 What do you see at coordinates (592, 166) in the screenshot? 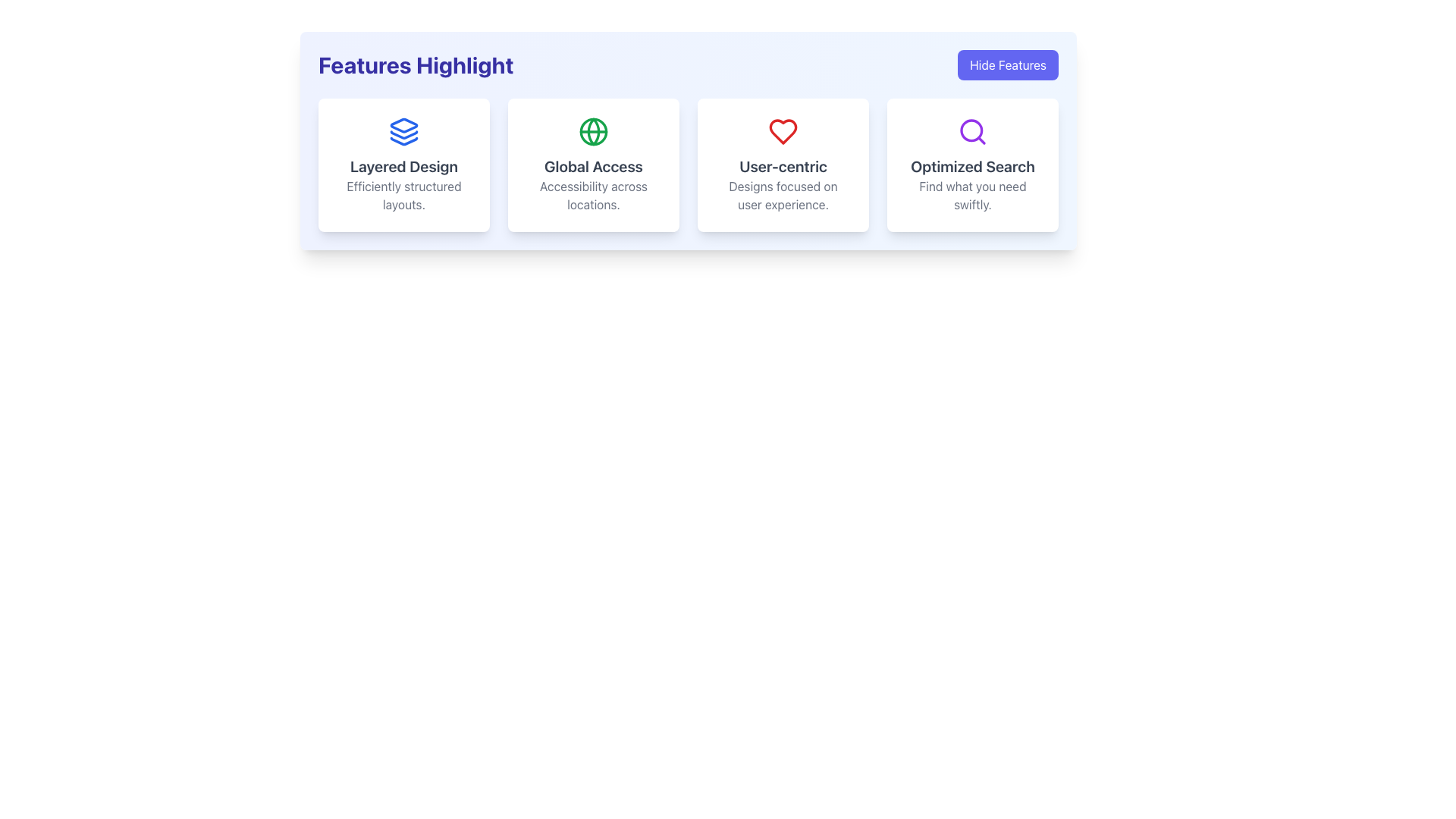
I see `the title text indicating global accessibility features, located below the globe icon and above the descriptive text in the second card of the 'Features Highlight'` at bounding box center [592, 166].